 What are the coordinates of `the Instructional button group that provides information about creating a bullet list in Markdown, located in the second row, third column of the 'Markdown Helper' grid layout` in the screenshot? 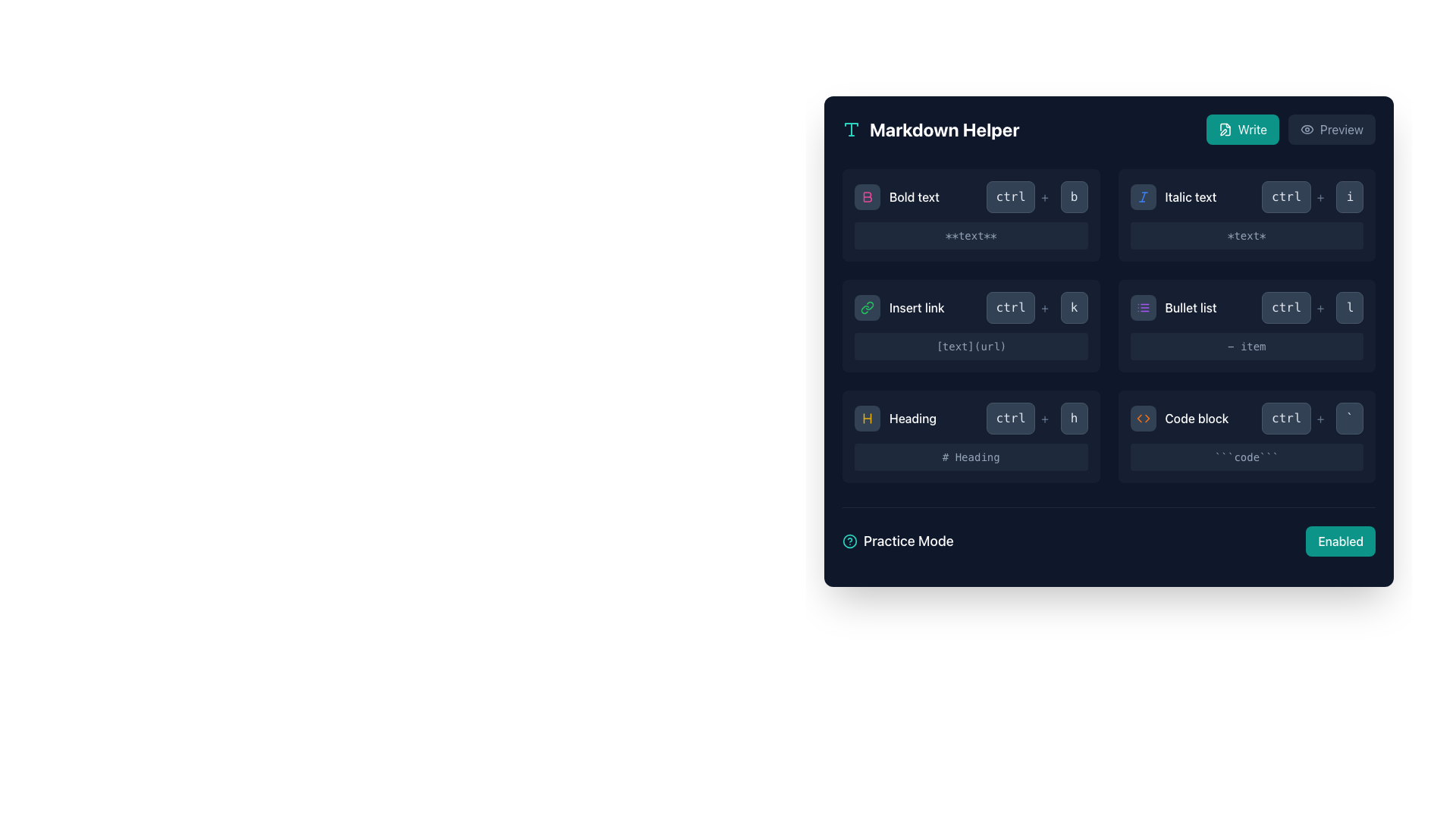 It's located at (1247, 307).